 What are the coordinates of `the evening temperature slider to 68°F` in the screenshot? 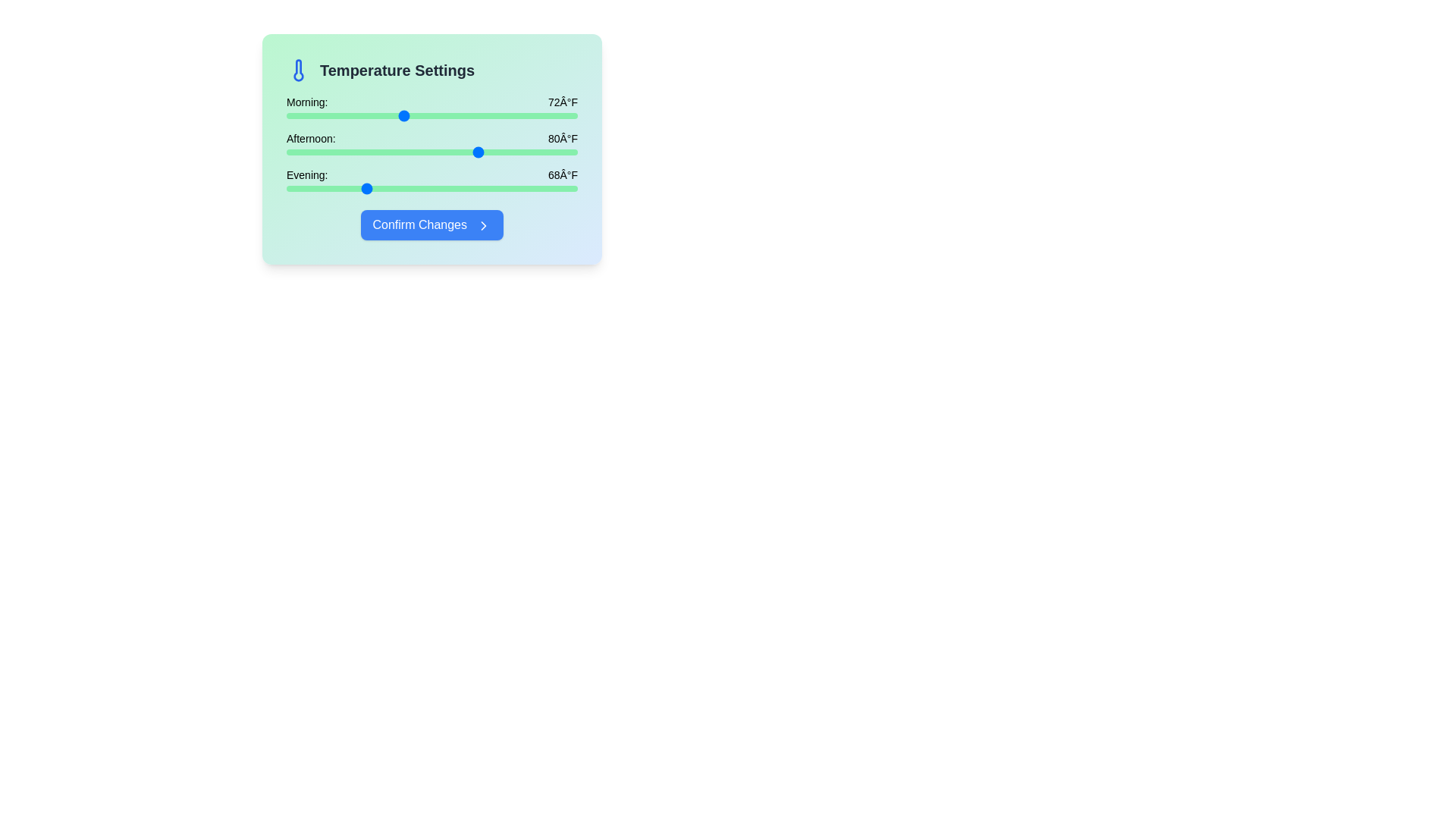 It's located at (364, 188).